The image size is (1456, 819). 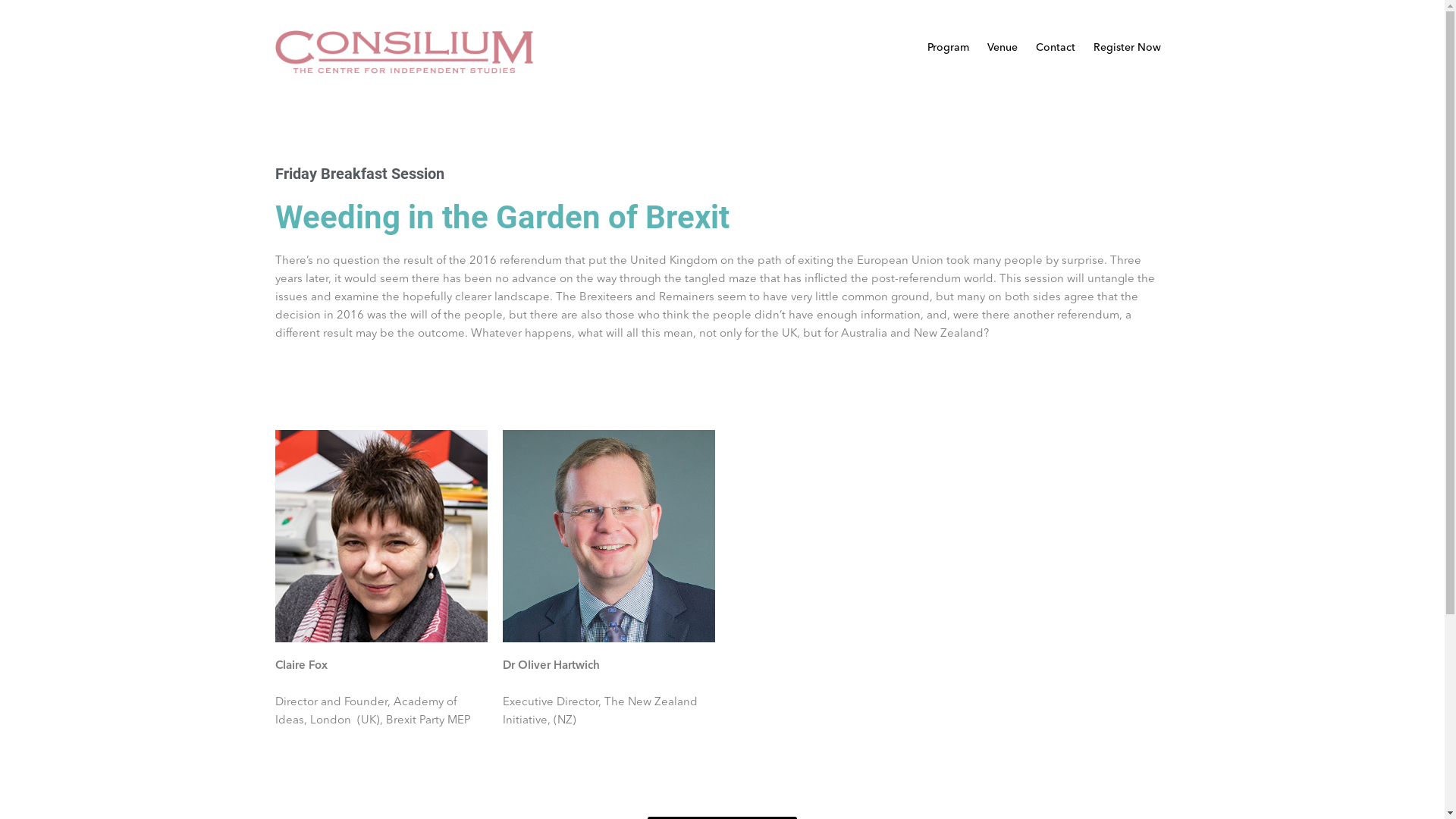 I want to click on 'Program', so click(x=946, y=46).